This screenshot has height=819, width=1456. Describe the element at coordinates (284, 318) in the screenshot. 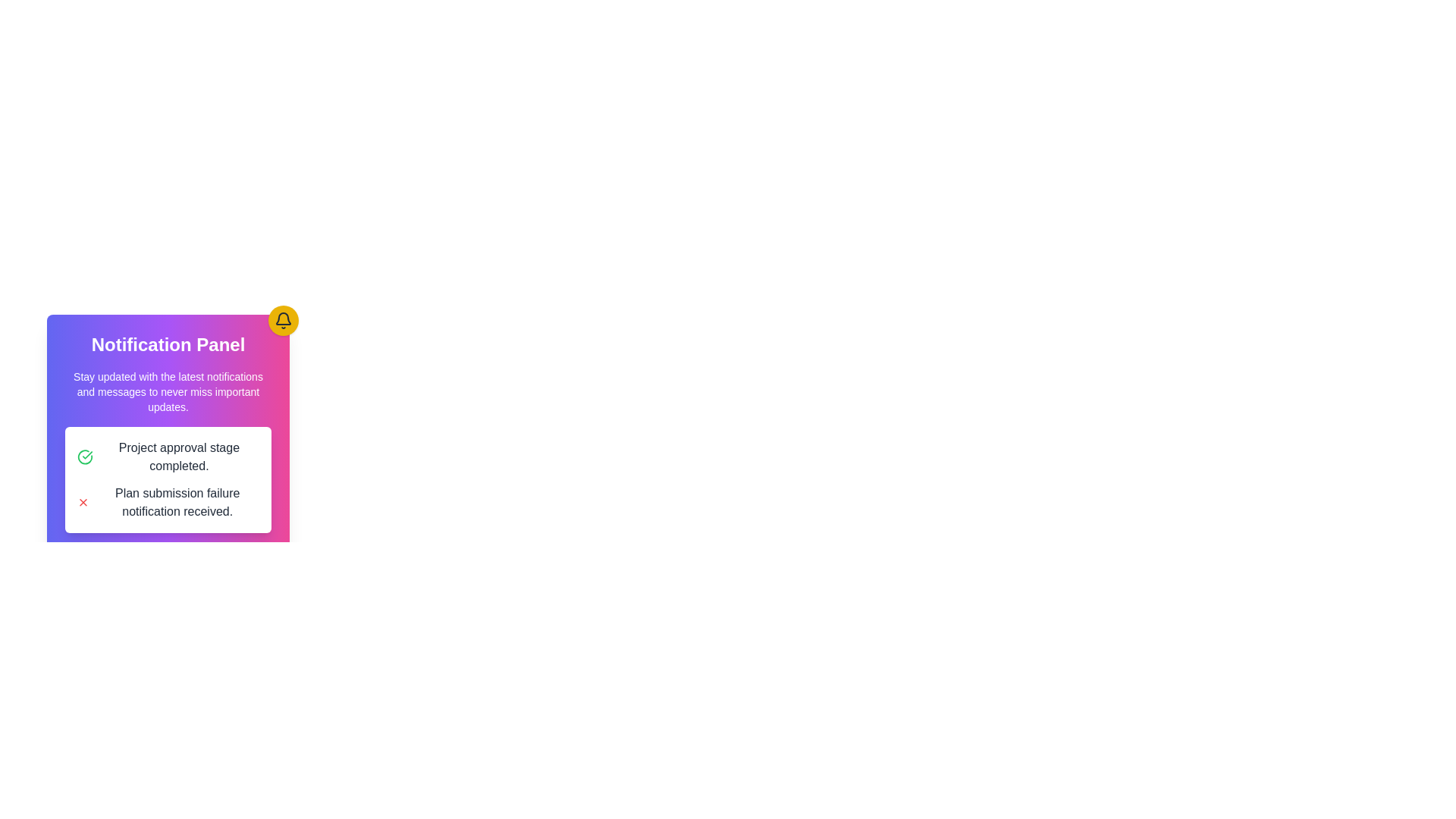

I see `the decorative graphical component of the notification bell icon located at the top-right corner of the notification panel` at that location.